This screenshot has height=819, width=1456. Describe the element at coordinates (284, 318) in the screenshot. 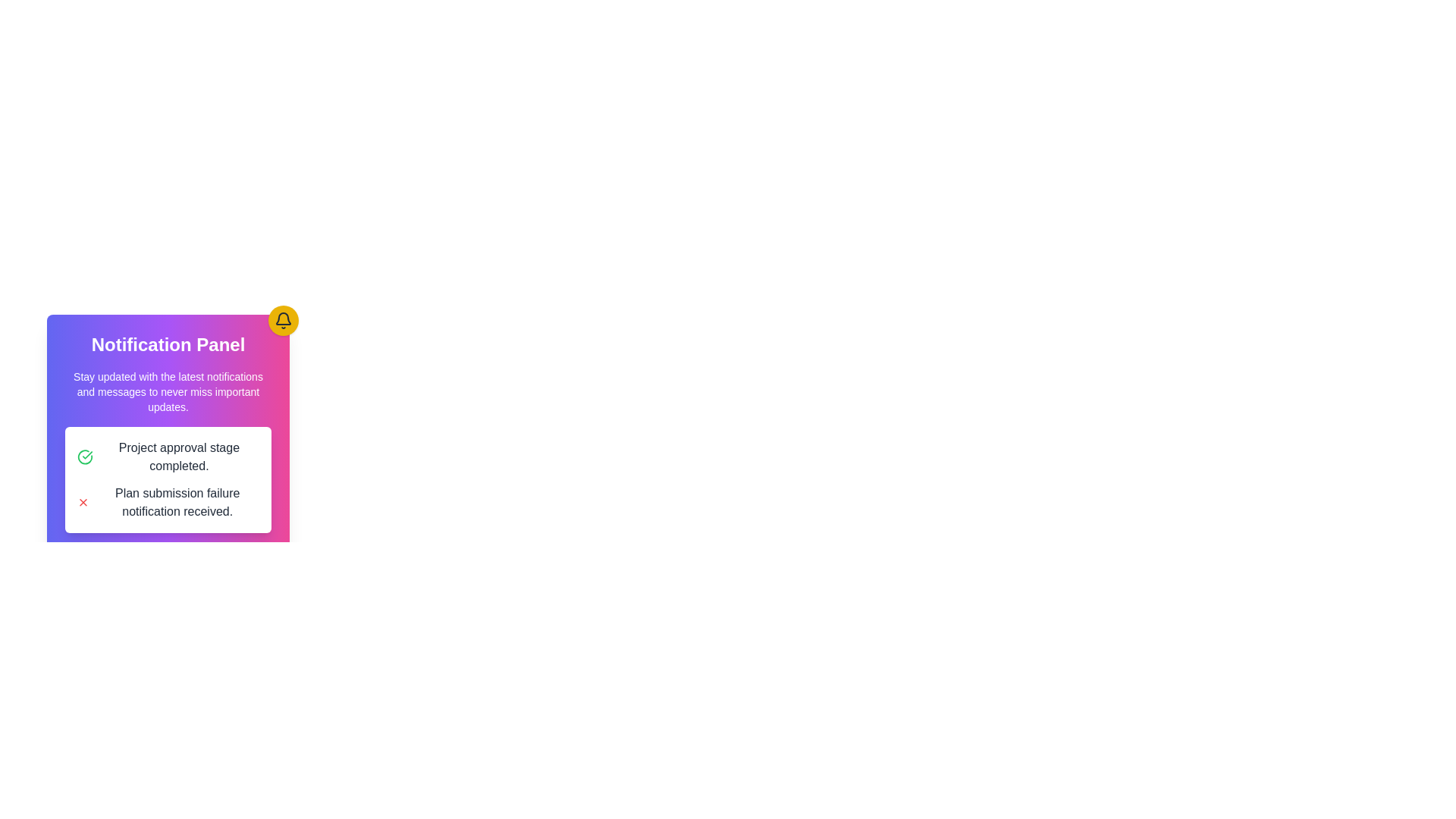

I see `the decorative graphical component of the notification bell icon located at the top-right corner of the notification panel` at that location.